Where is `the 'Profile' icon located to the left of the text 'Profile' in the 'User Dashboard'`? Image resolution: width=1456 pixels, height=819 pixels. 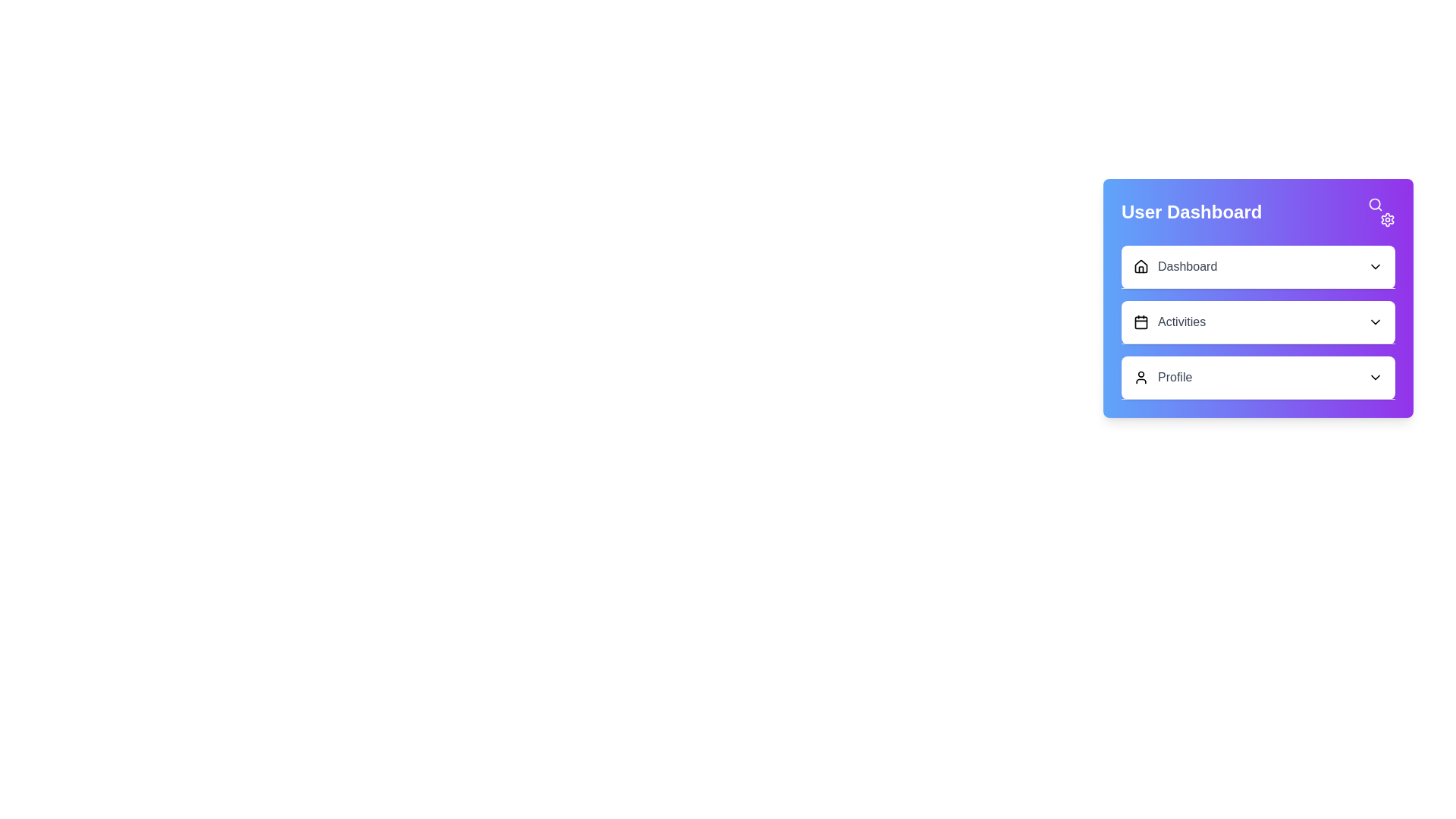 the 'Profile' icon located to the left of the text 'Profile' in the 'User Dashboard' is located at coordinates (1141, 376).